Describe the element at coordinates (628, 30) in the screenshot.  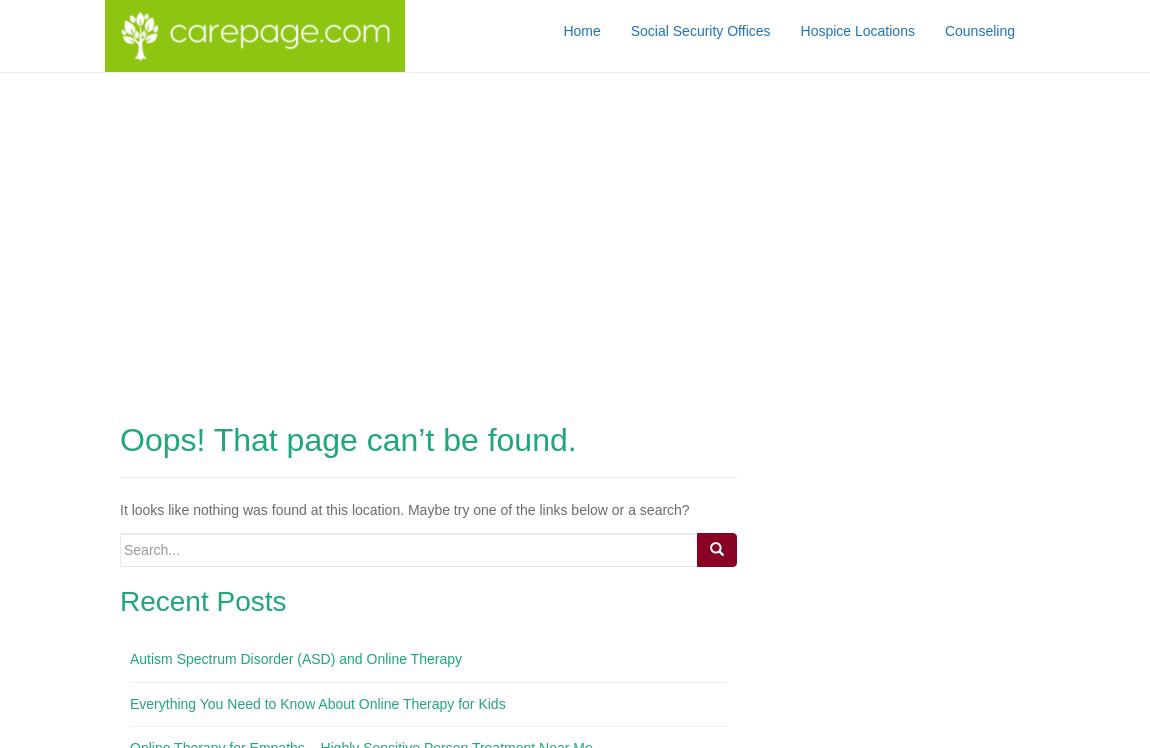
I see `'Social Security Offices'` at that location.